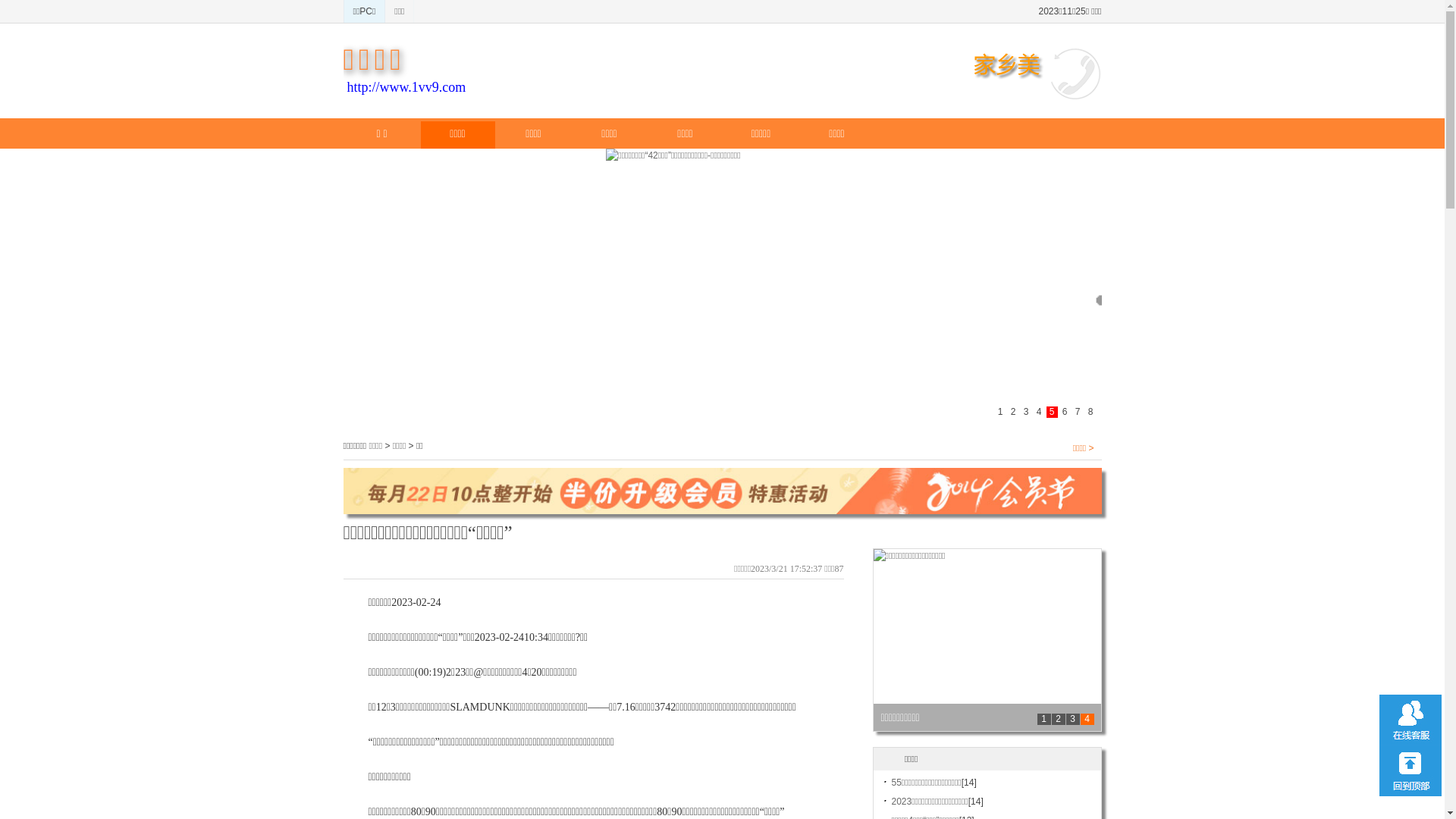 The height and width of the screenshot is (819, 1456). Describe the element at coordinates (406, 87) in the screenshot. I see `'http://www.1vv9.com'` at that location.